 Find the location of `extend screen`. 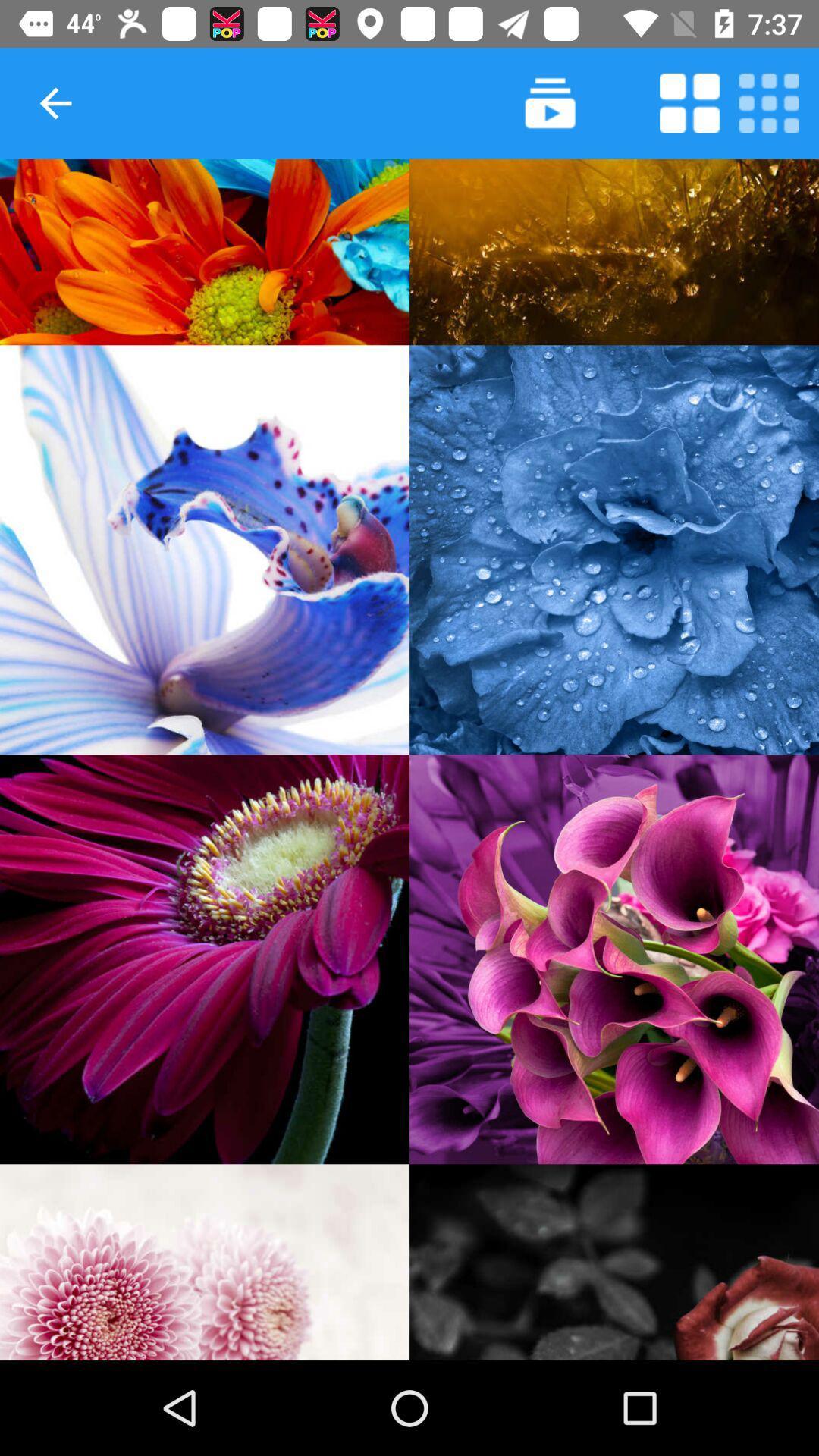

extend screen is located at coordinates (689, 102).